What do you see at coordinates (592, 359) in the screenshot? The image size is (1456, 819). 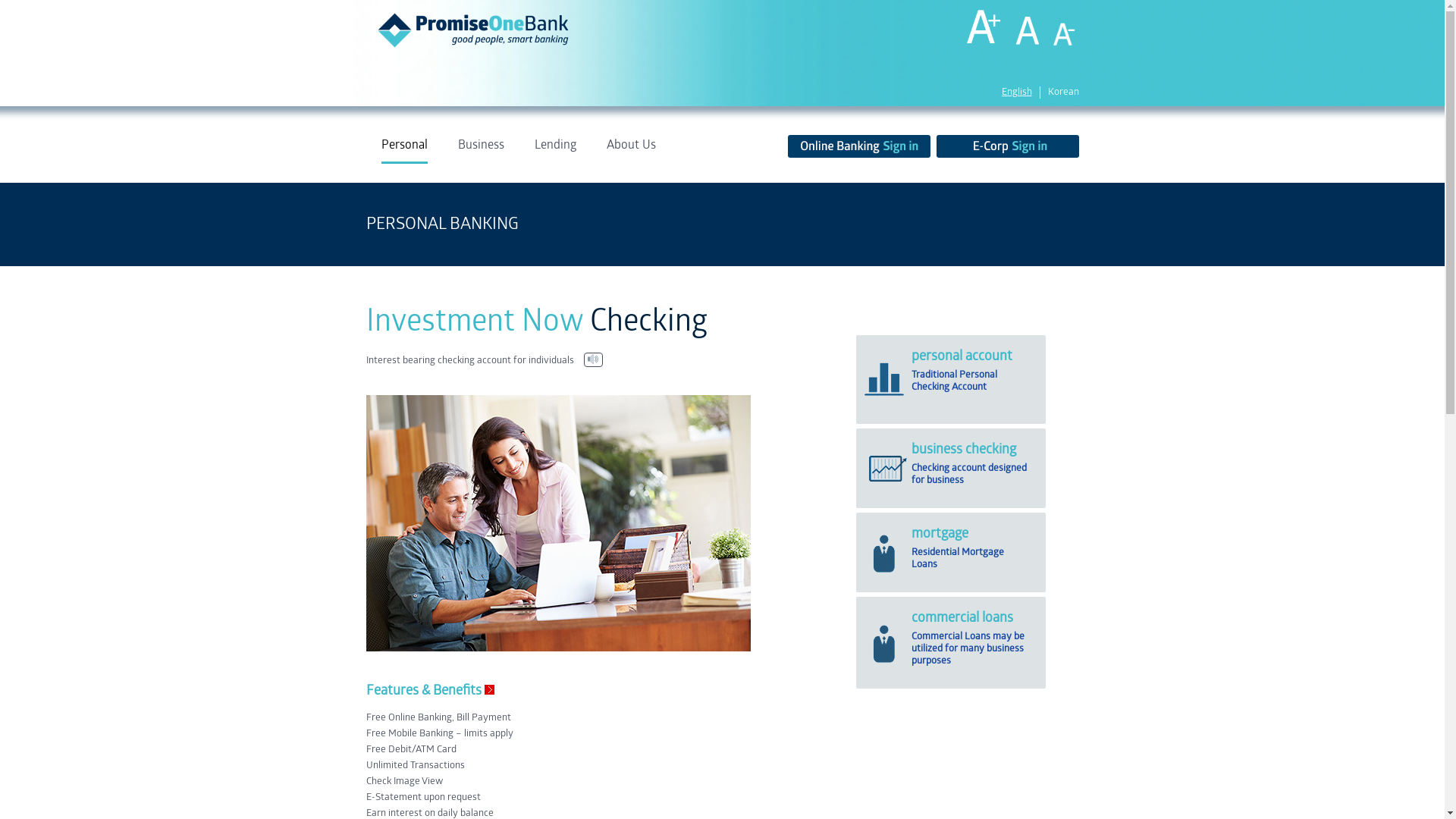 I see `'Play'` at bounding box center [592, 359].